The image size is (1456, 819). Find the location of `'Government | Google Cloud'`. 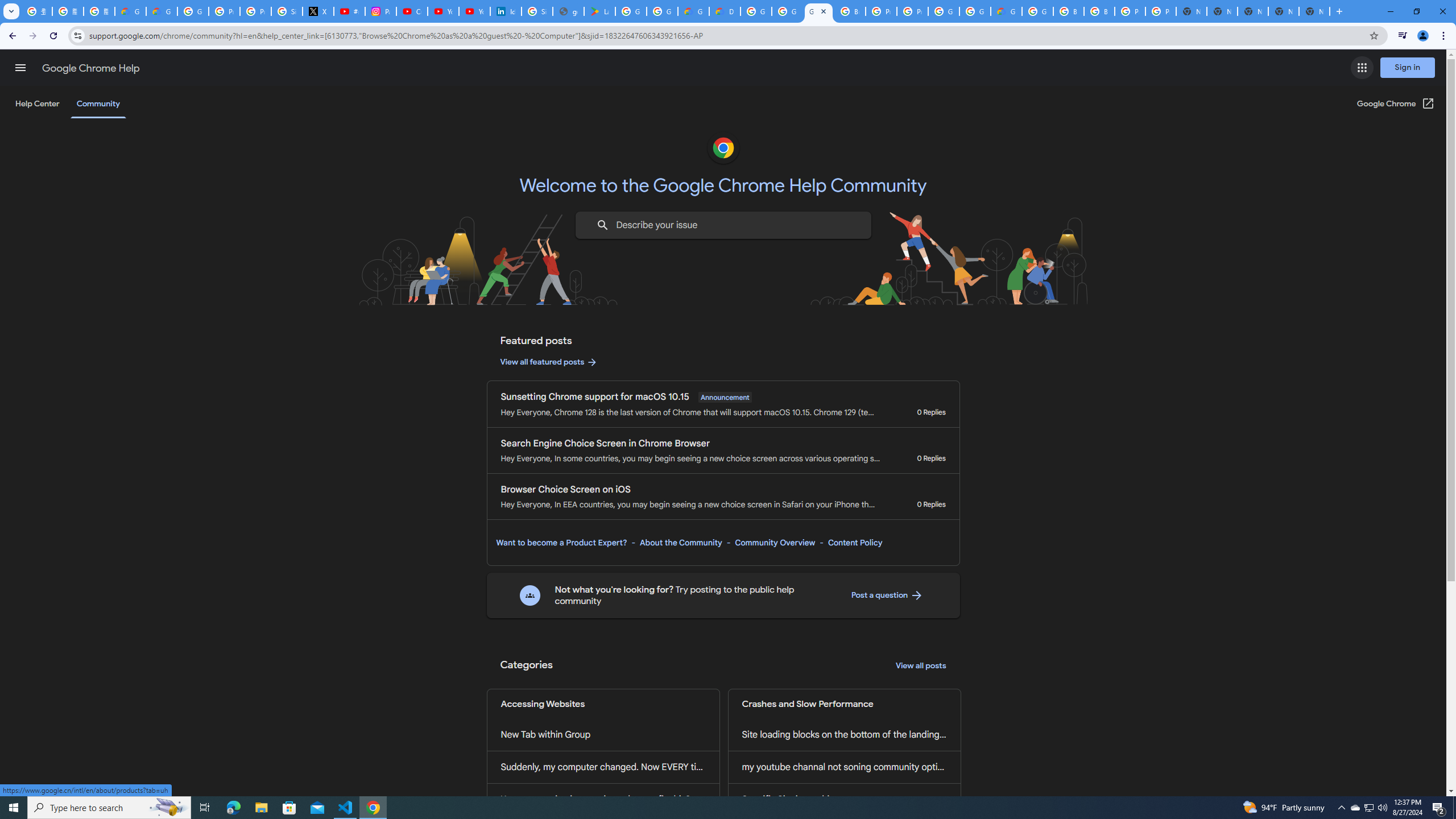

'Government | Google Cloud' is located at coordinates (693, 11).